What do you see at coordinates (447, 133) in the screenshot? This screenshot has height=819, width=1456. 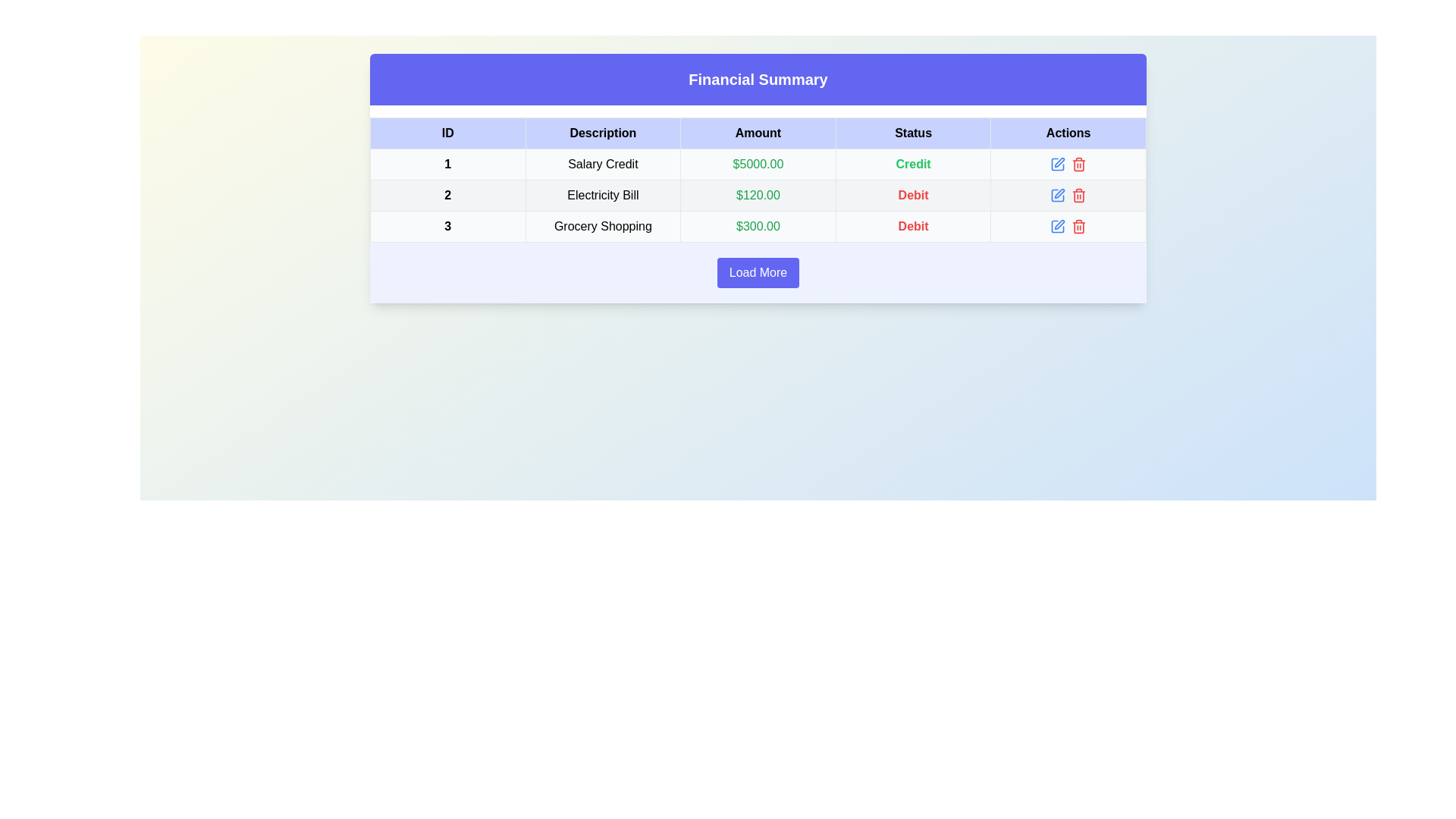 I see `the table header labeled 'ID', which is the first column header in a row of headers within a table` at bounding box center [447, 133].